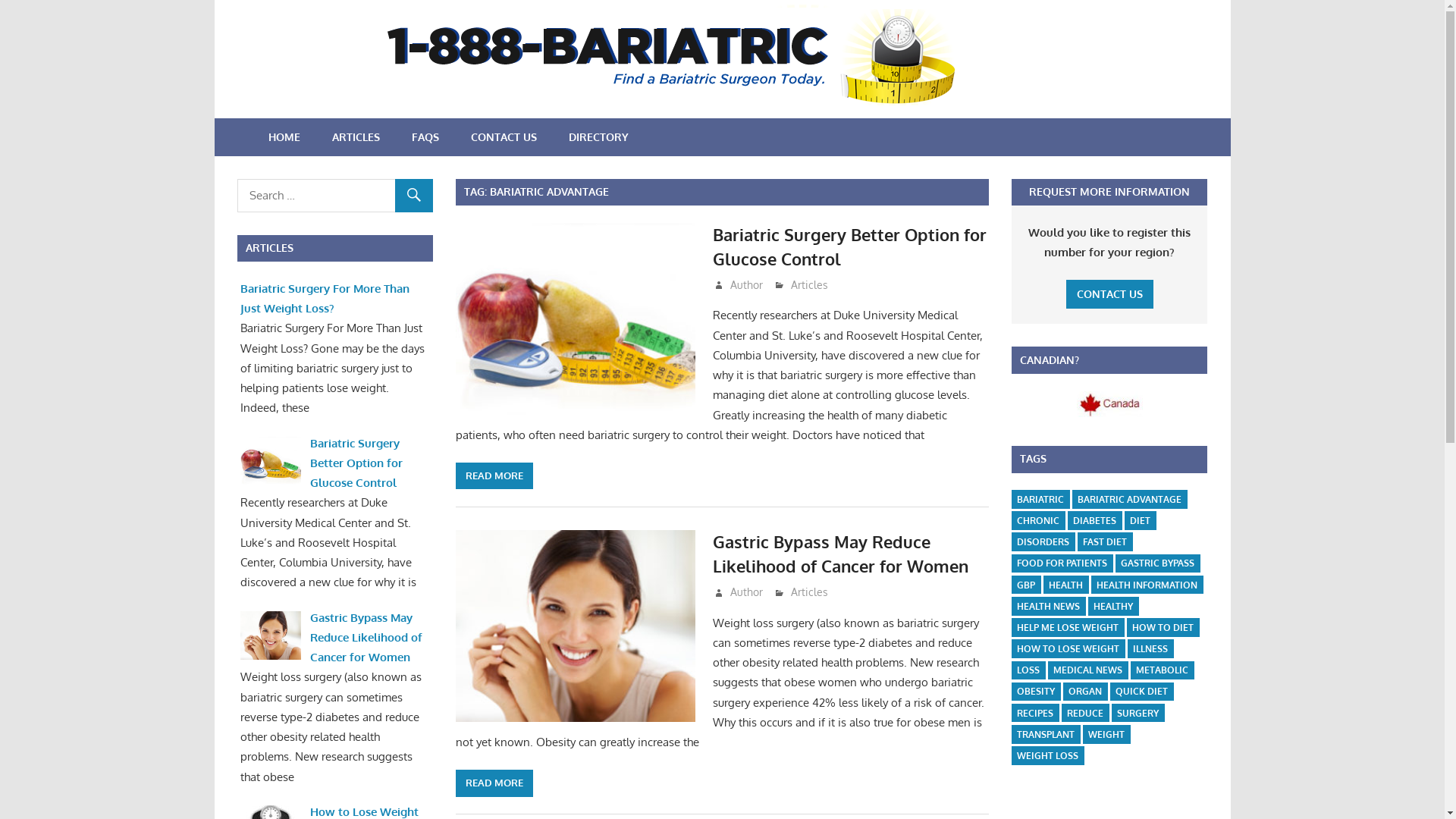  I want to click on 'HOME', so click(251, 137).